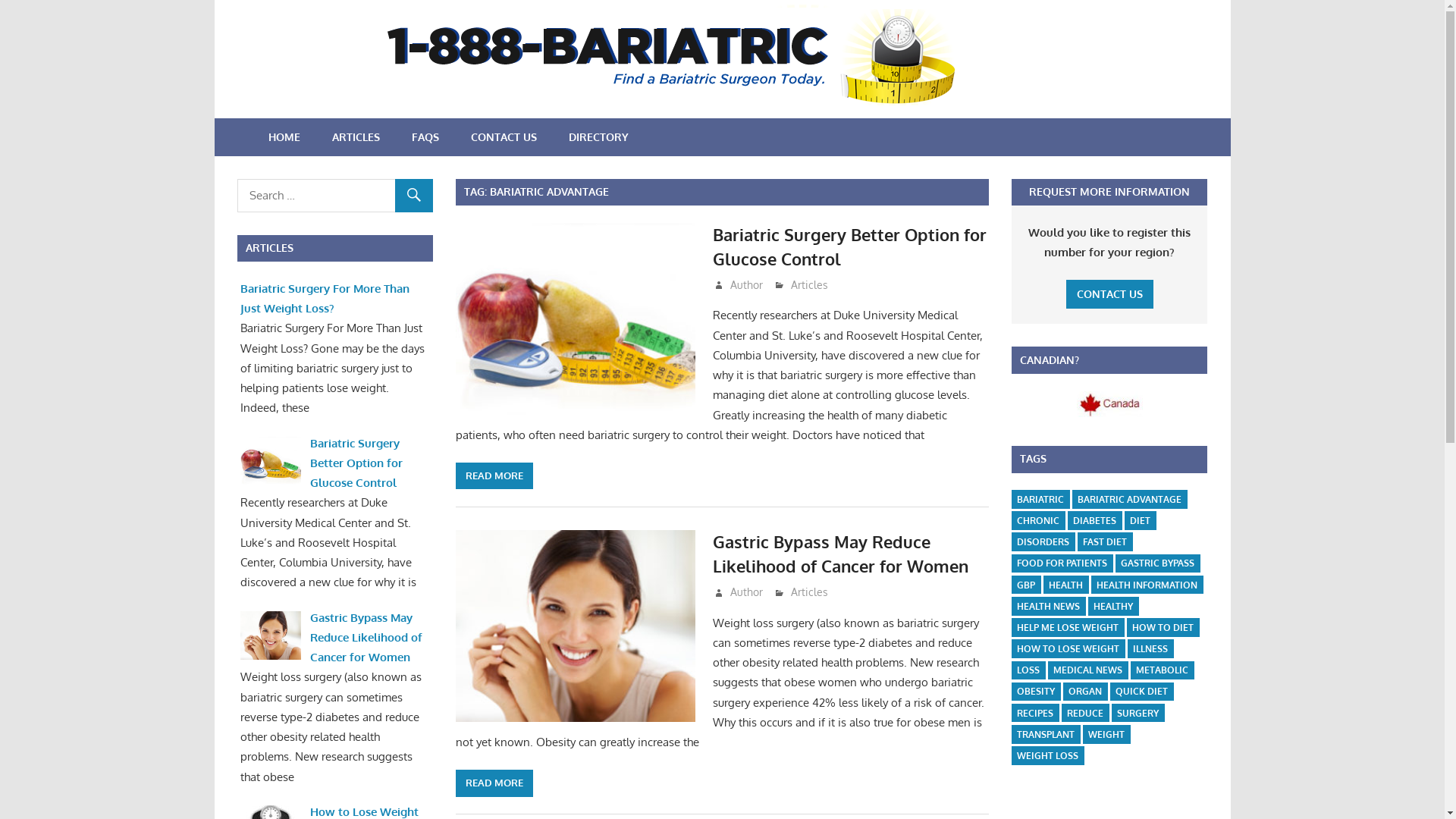  I want to click on 'HOME', so click(251, 137).